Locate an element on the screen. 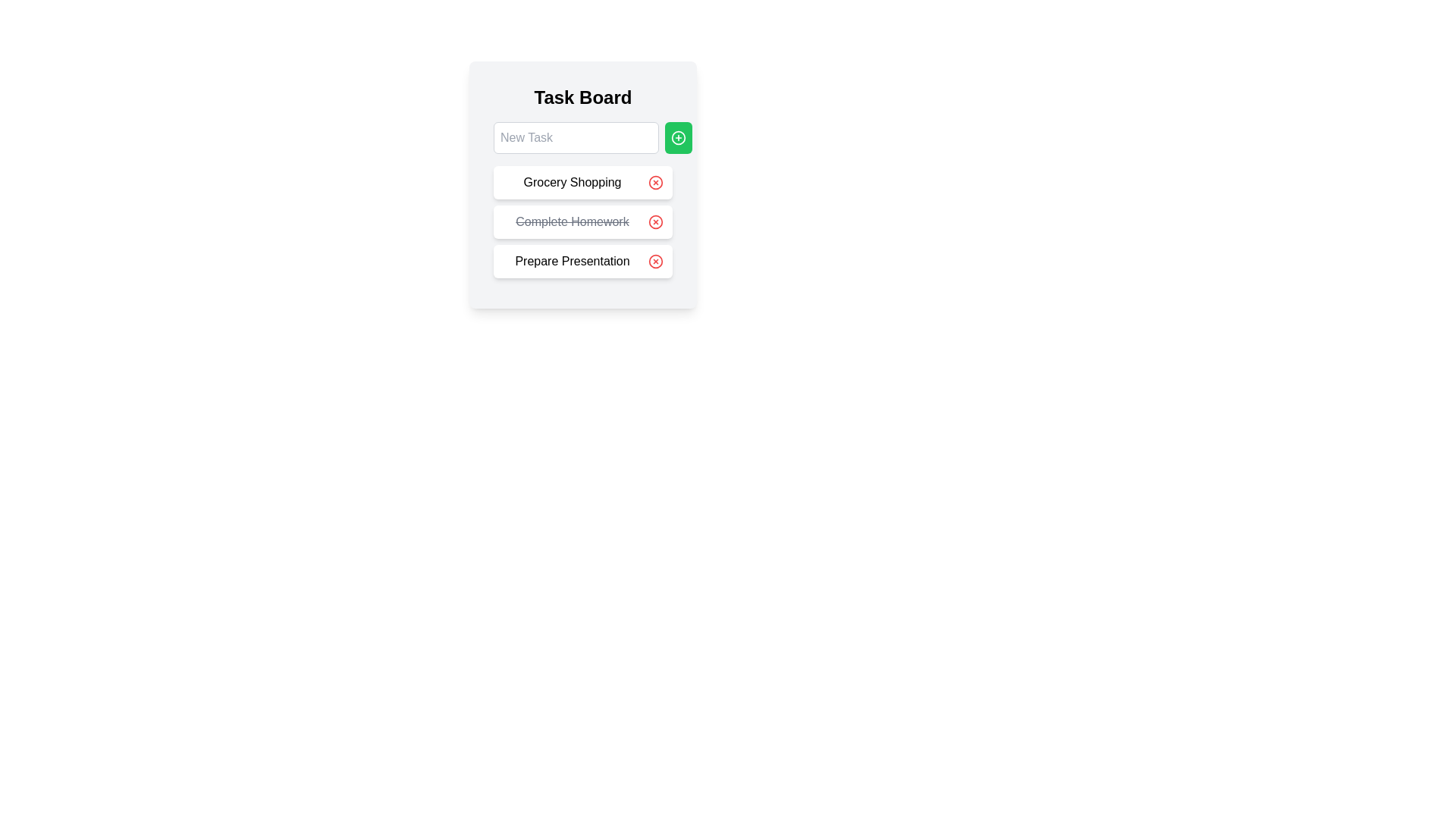 The image size is (1456, 819). the circular SVG graphical element that serves as a border for the delete icon, located to the right of the 'Prepare Presentation' item on the task list is located at coordinates (655, 260).